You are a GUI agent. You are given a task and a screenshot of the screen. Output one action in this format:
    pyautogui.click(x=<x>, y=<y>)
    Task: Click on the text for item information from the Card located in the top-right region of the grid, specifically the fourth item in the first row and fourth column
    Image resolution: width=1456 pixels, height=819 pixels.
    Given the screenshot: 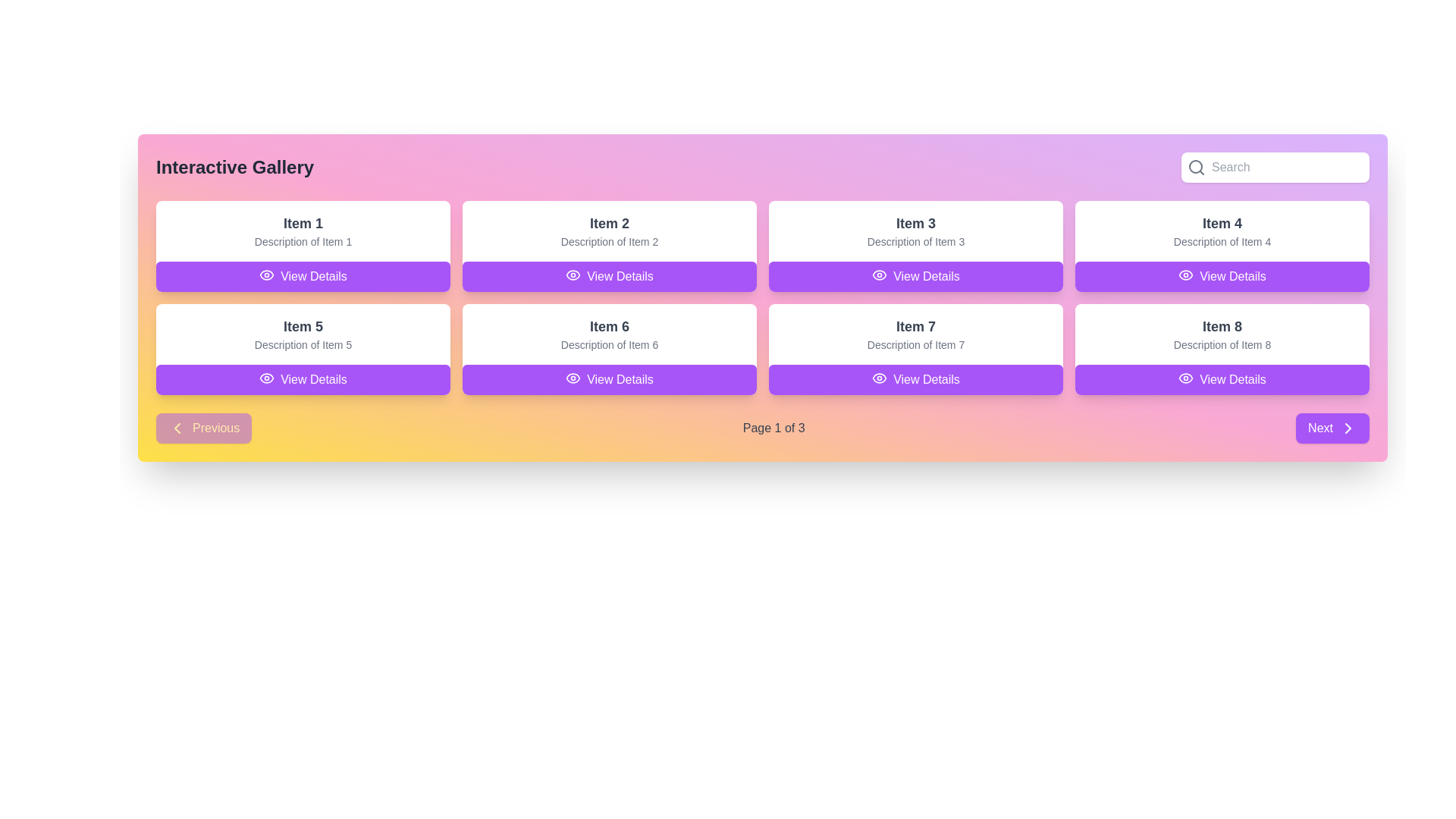 What is the action you would take?
    pyautogui.click(x=1222, y=245)
    